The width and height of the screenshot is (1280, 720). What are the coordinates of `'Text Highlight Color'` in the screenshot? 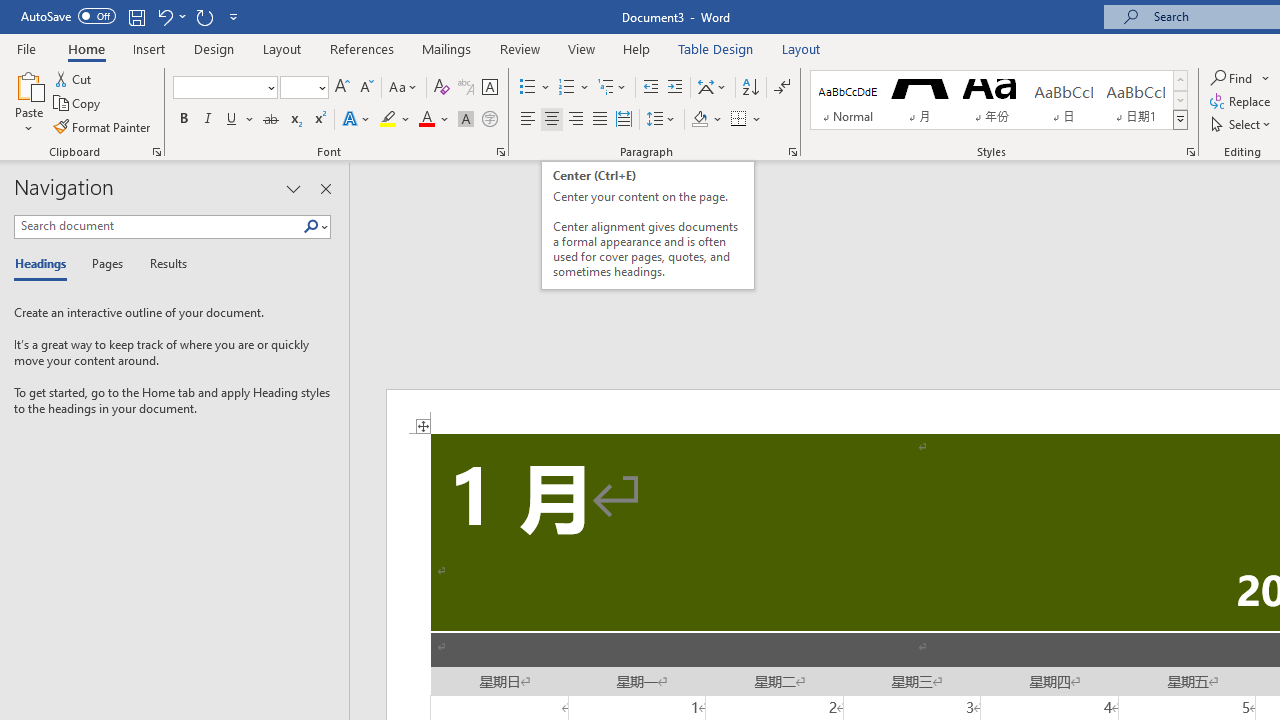 It's located at (395, 119).